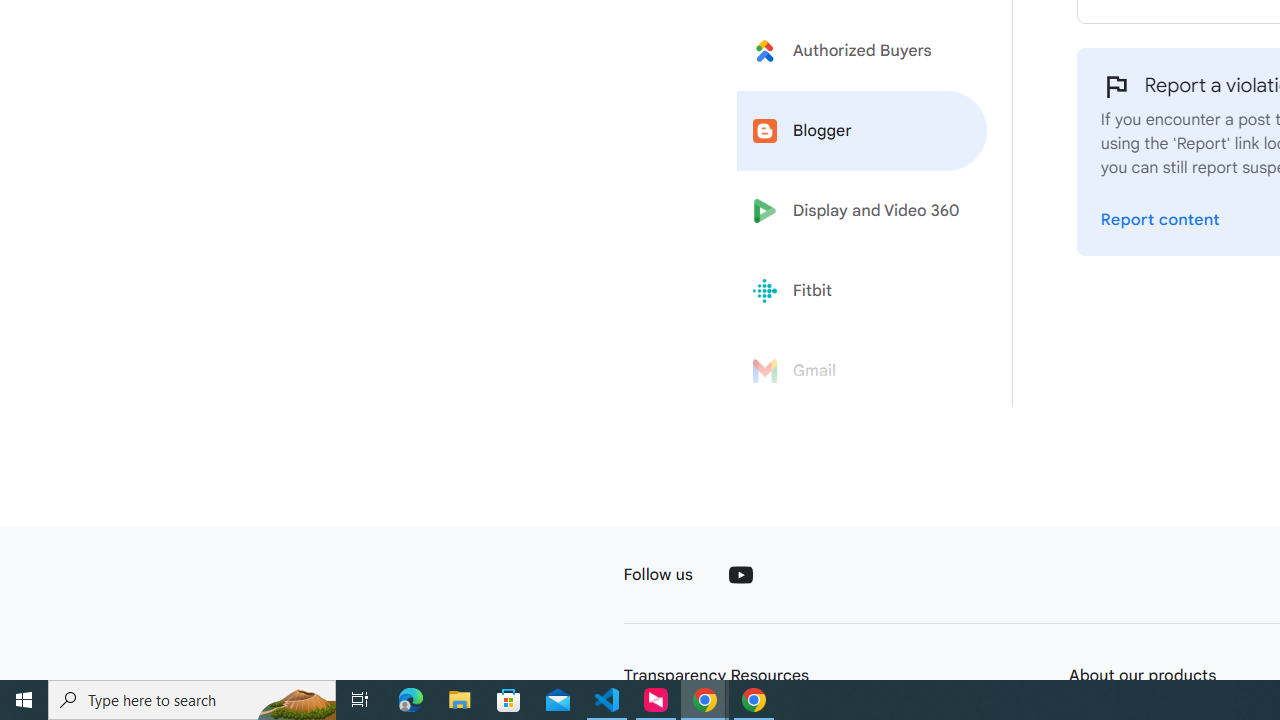 The height and width of the screenshot is (720, 1280). Describe the element at coordinates (192, 698) in the screenshot. I see `'Type here to search'` at that location.